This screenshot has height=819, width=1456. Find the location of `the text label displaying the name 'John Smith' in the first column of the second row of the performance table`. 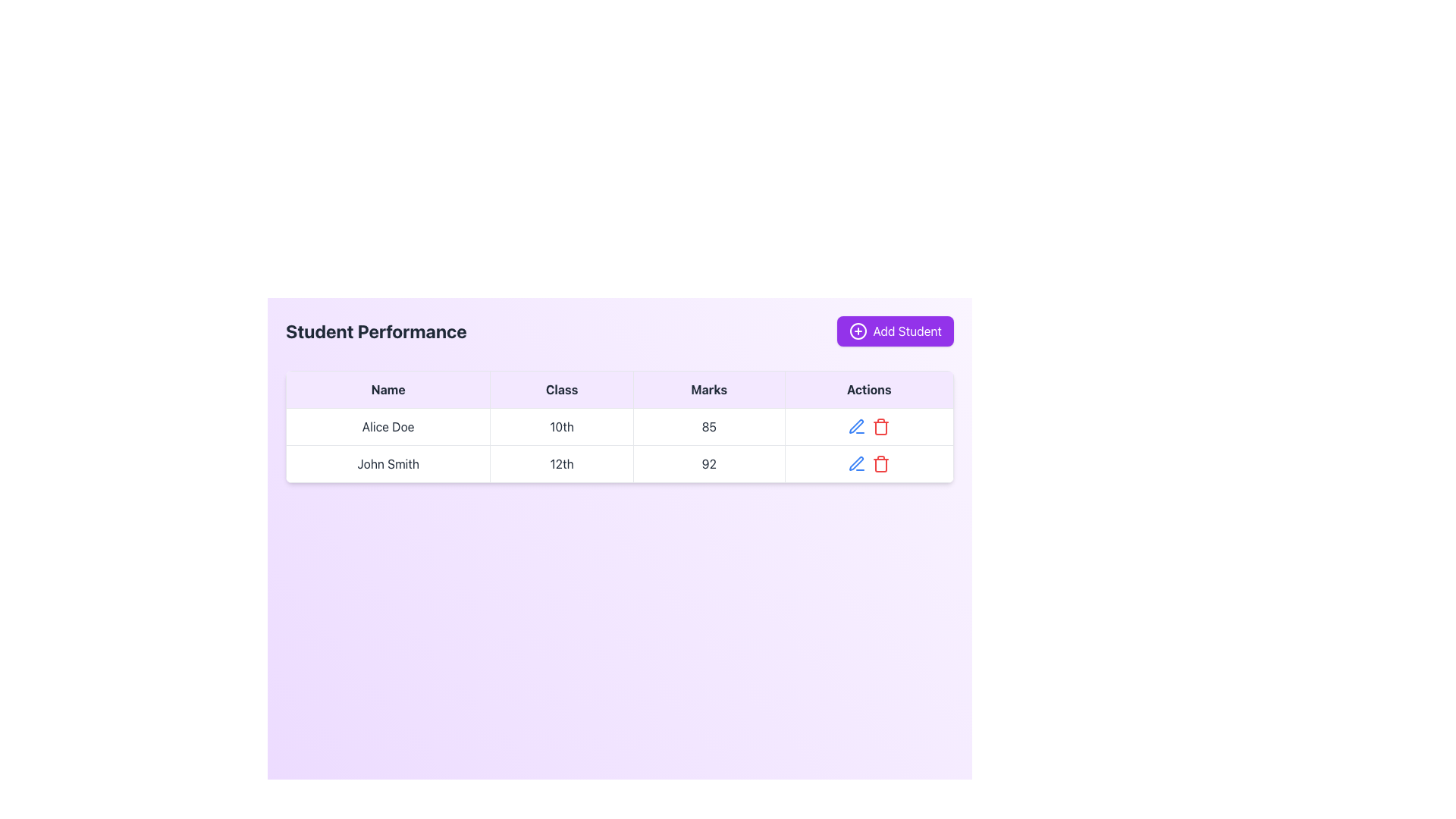

the text label displaying the name 'John Smith' in the first column of the second row of the performance table is located at coordinates (388, 463).